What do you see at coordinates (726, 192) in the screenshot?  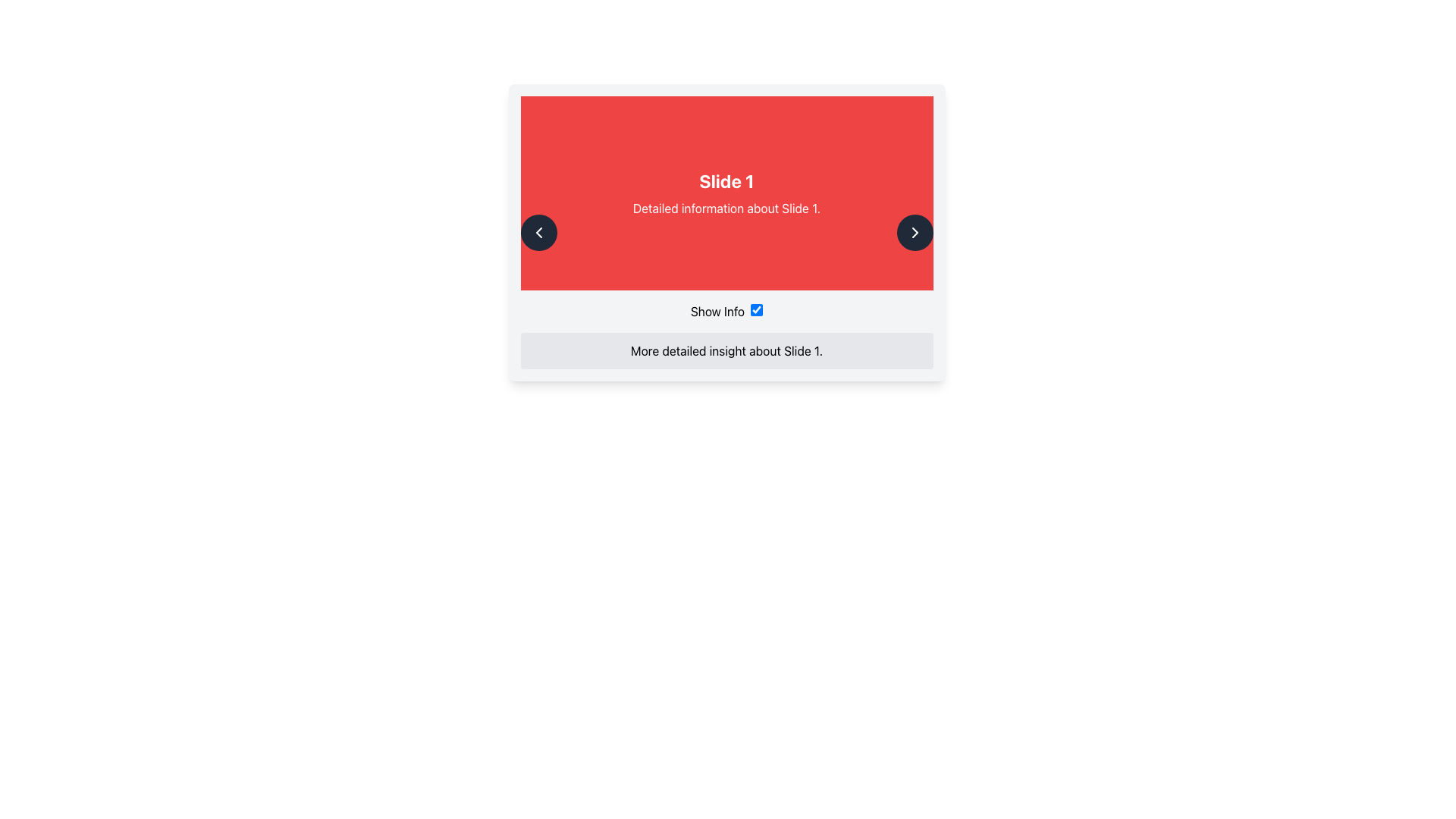 I see `the Text Display Component that shows the title 'Slide 1' and subtitle 'Detailed information about Slide 1.'` at bounding box center [726, 192].